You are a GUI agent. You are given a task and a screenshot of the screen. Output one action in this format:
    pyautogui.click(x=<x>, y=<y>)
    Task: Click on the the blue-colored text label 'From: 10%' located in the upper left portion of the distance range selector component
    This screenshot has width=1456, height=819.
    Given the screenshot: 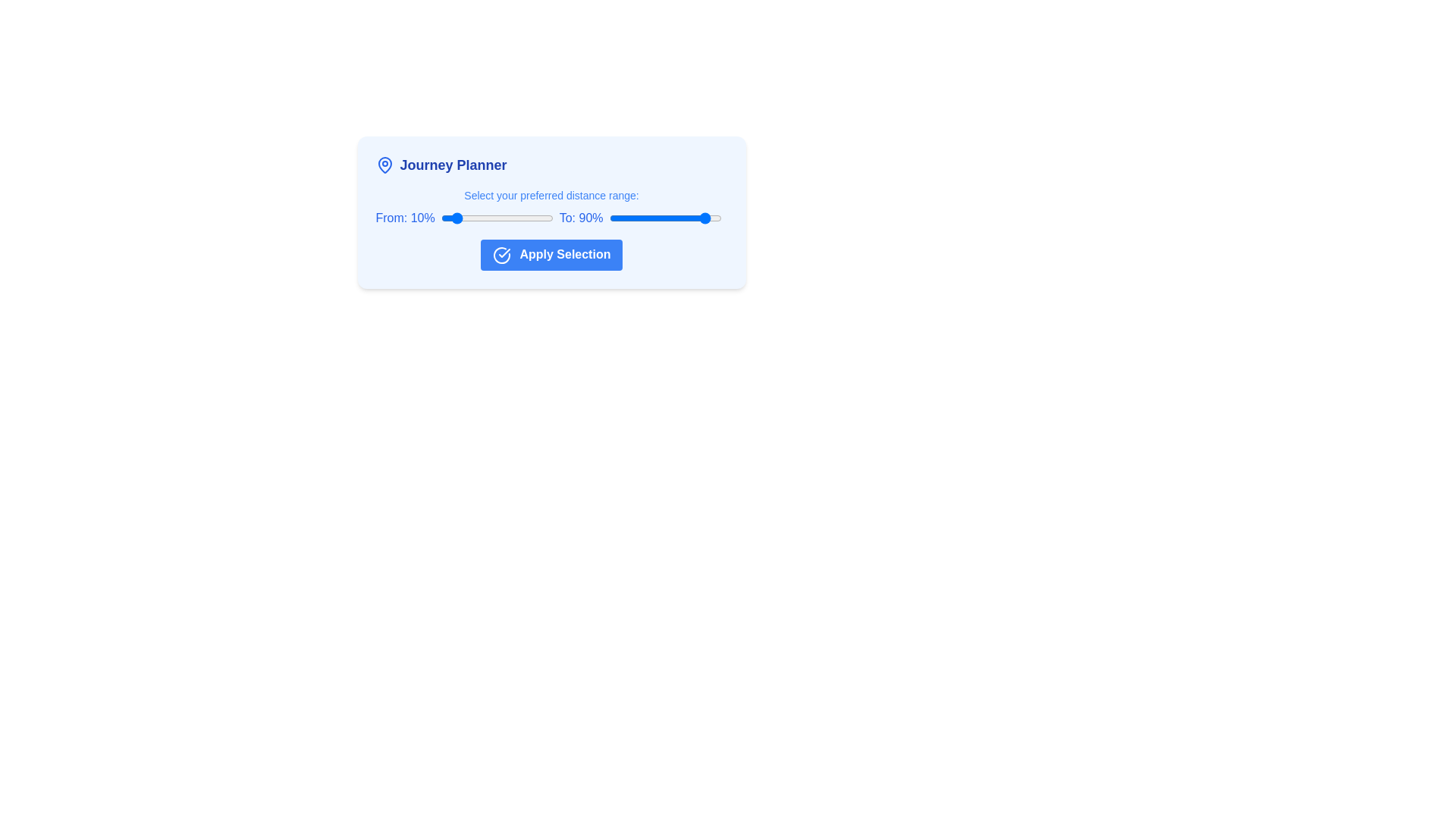 What is the action you would take?
    pyautogui.click(x=405, y=218)
    